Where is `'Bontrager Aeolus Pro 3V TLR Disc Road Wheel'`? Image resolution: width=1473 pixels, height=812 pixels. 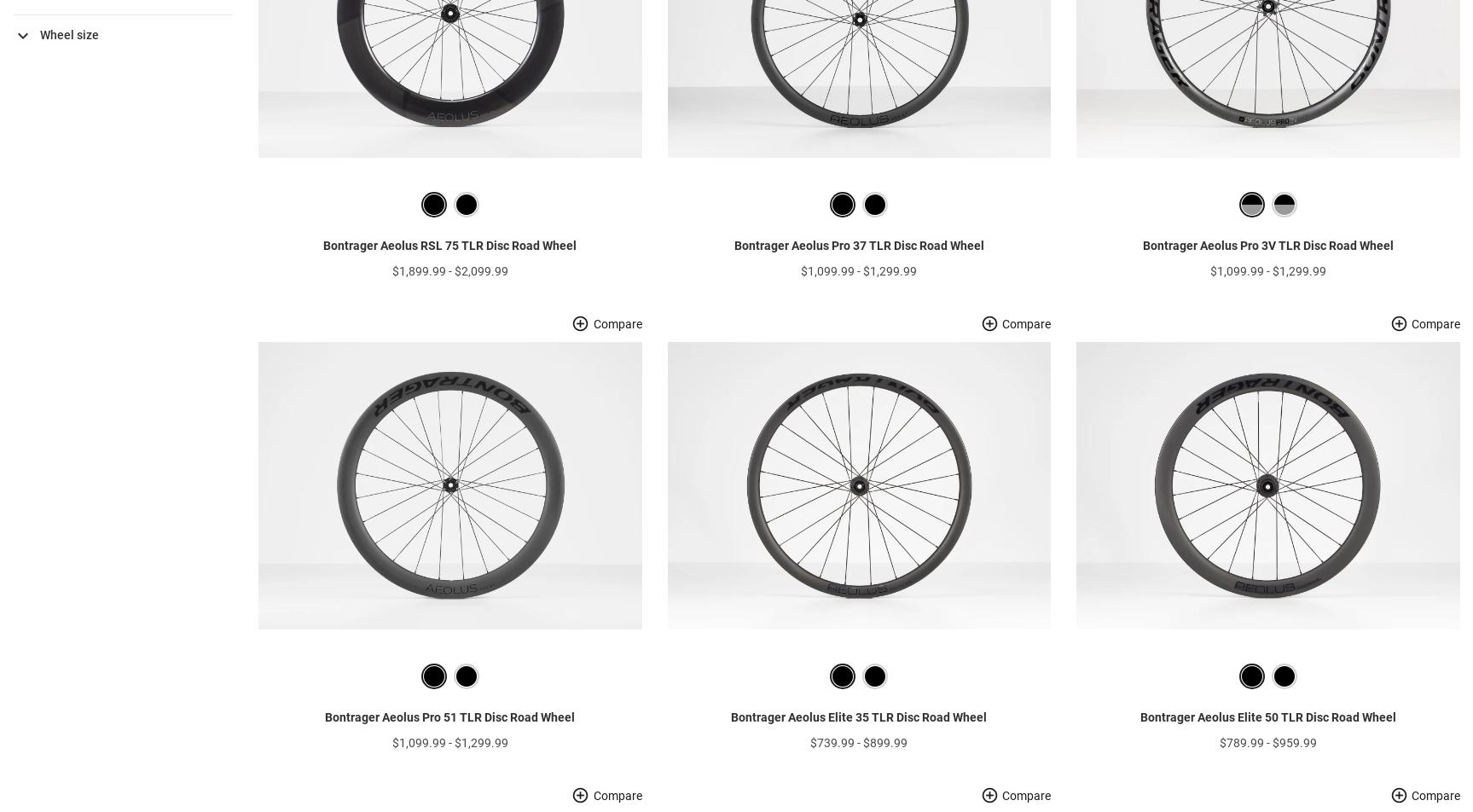 'Bontrager Aeolus Pro 3V TLR Disc Road Wheel' is located at coordinates (1267, 272).